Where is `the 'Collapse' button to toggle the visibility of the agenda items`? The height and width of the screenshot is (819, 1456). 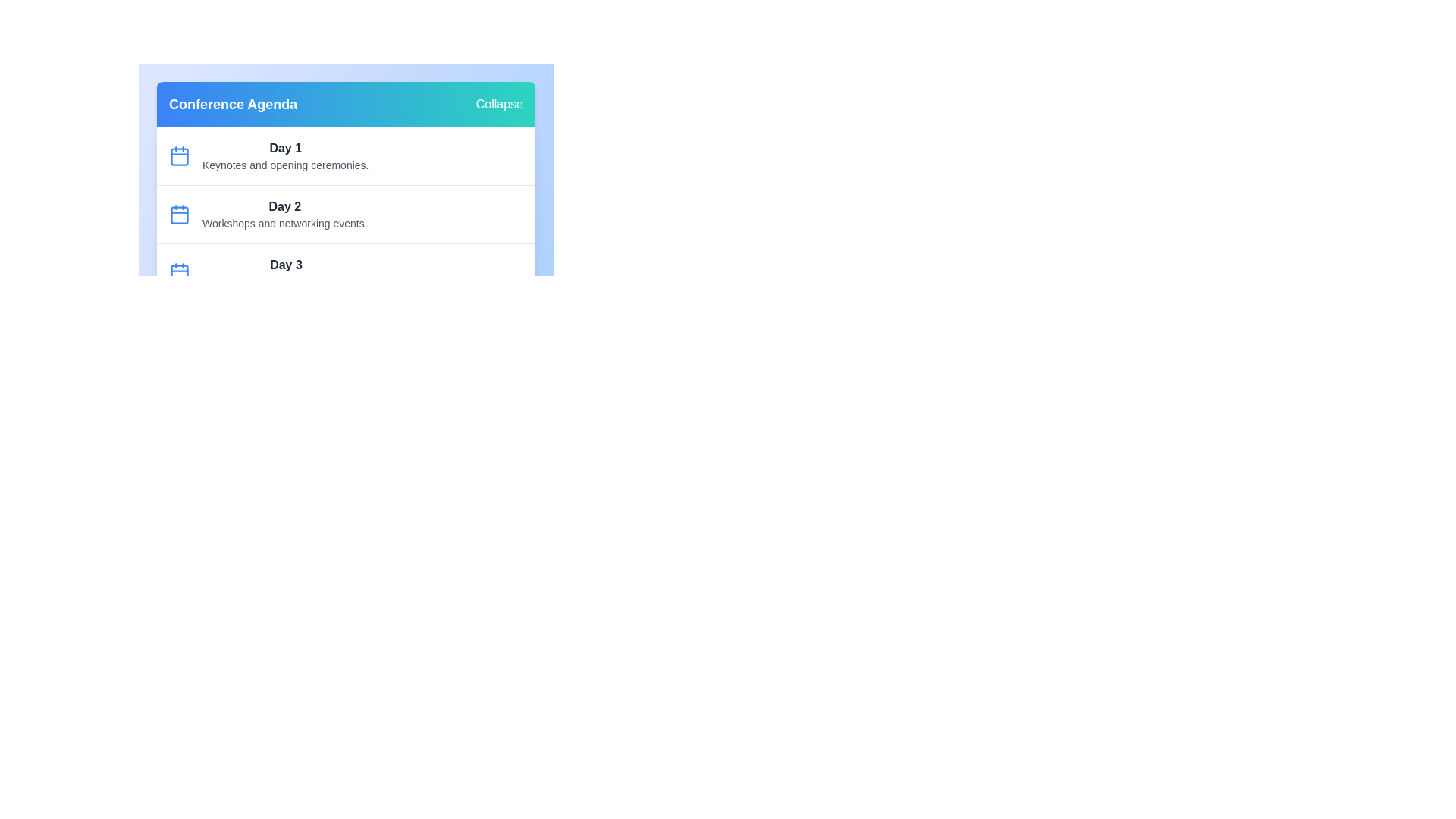
the 'Collapse' button to toggle the visibility of the agenda items is located at coordinates (499, 104).